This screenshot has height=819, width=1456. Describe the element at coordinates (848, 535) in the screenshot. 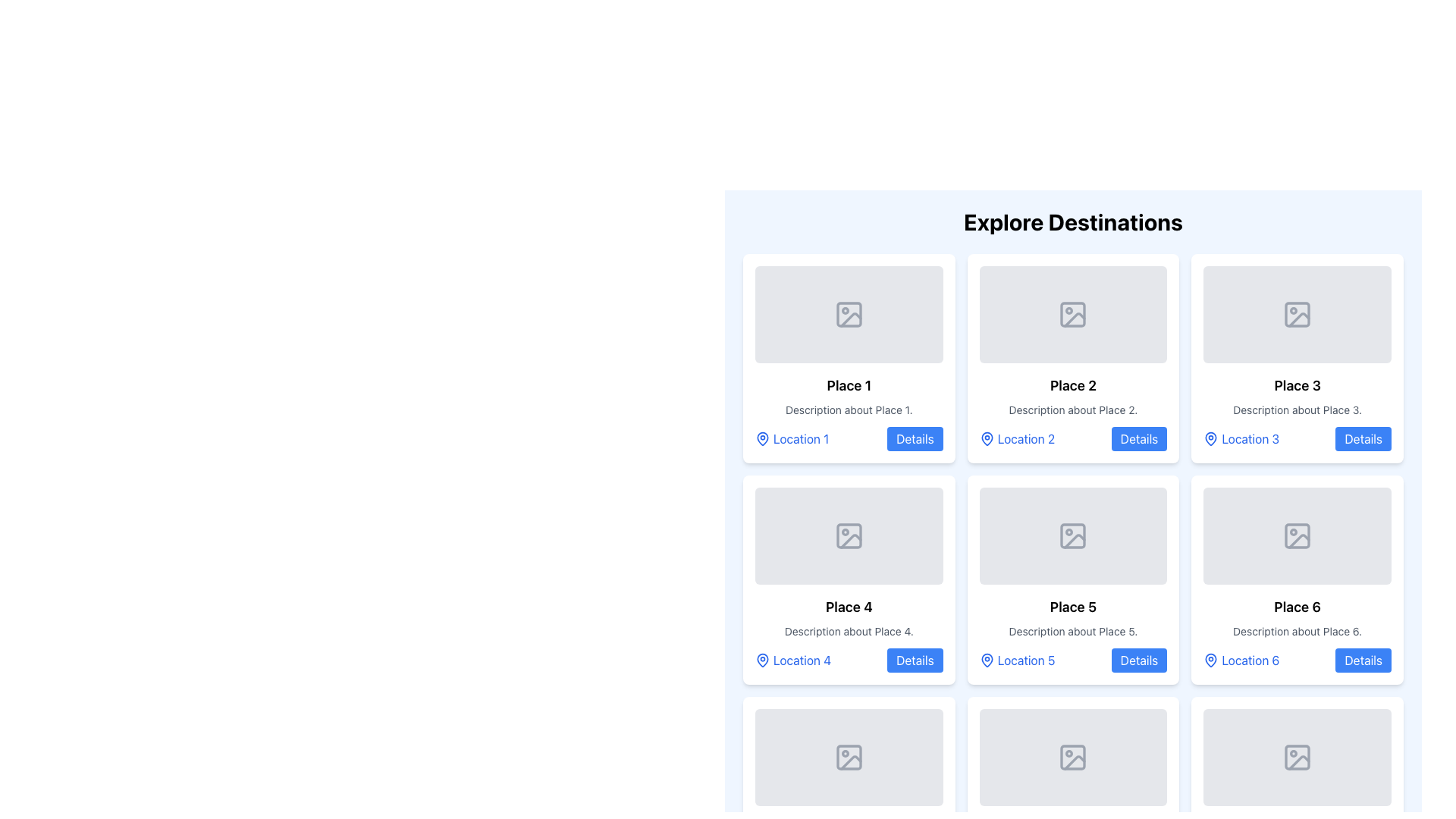

I see `the image placeholder located at the top section of the Place 4 card to load an image` at that location.